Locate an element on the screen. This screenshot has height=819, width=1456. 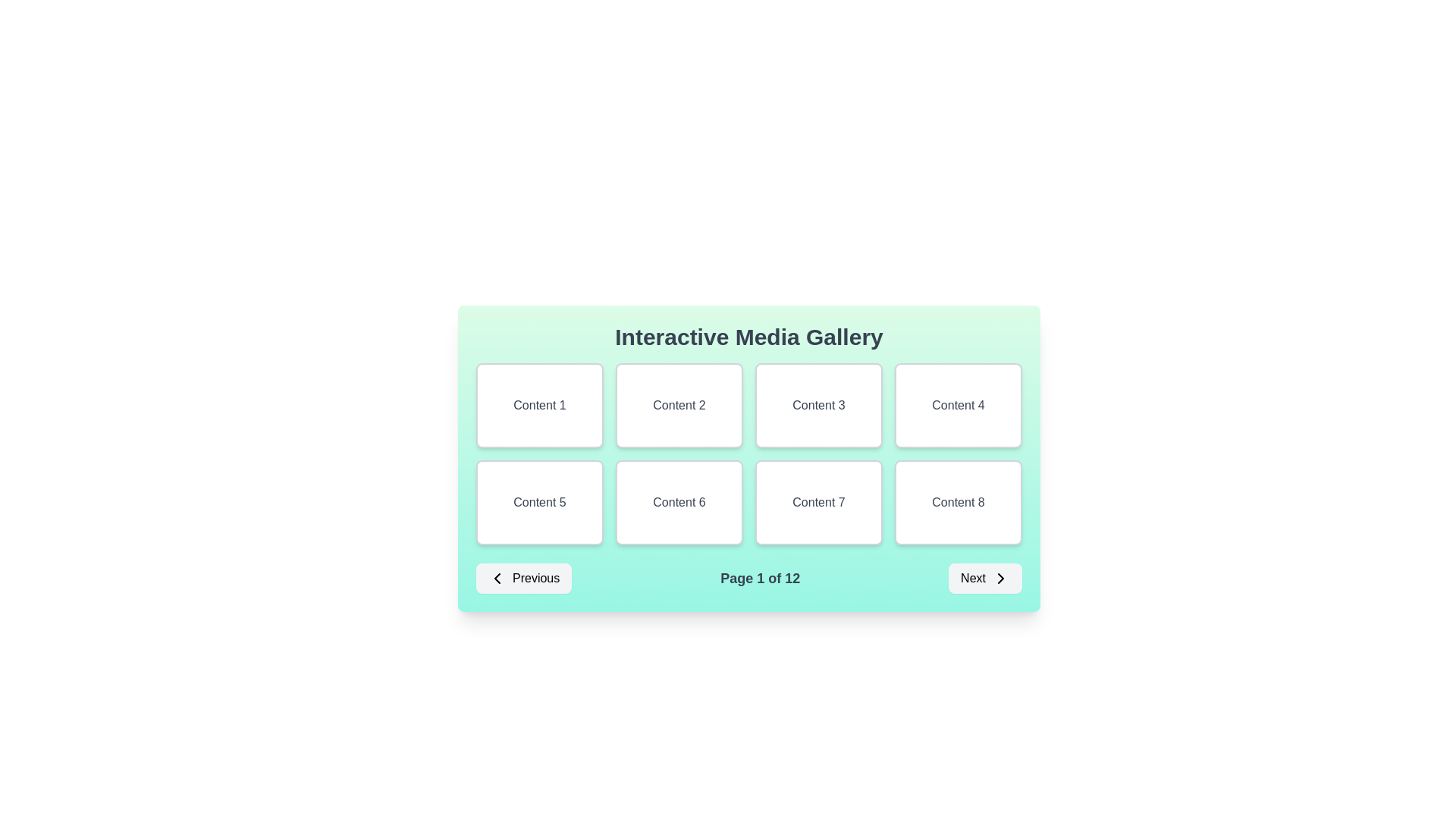
the Text display element that provides information about the current page and total number of pages, positioned between the 'Previous' and 'Next' buttons is located at coordinates (760, 579).